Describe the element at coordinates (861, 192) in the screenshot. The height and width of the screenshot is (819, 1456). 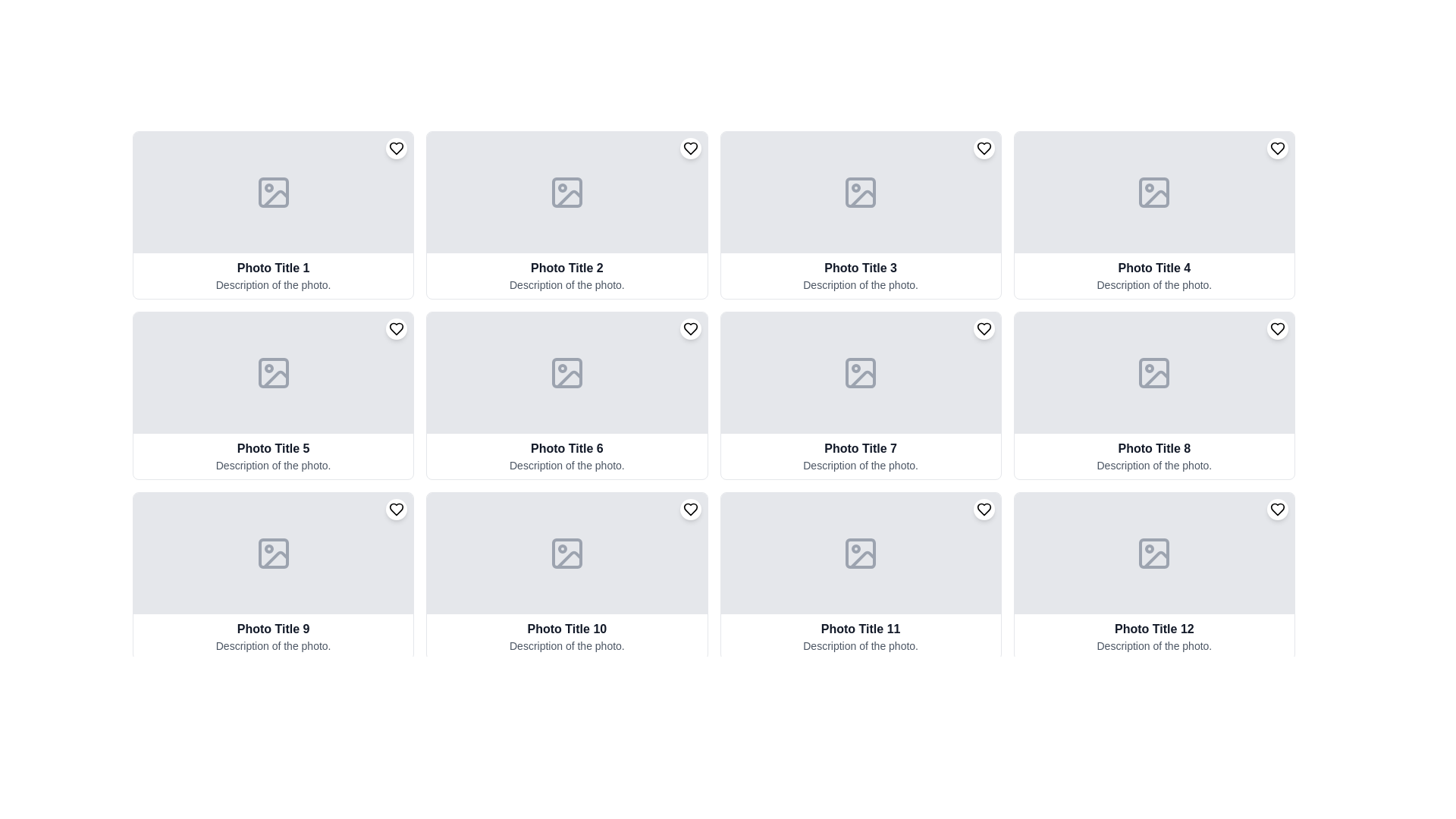
I see `the grey square icon representing an image placeholder located in the third card of the first row within the grid layout` at that location.